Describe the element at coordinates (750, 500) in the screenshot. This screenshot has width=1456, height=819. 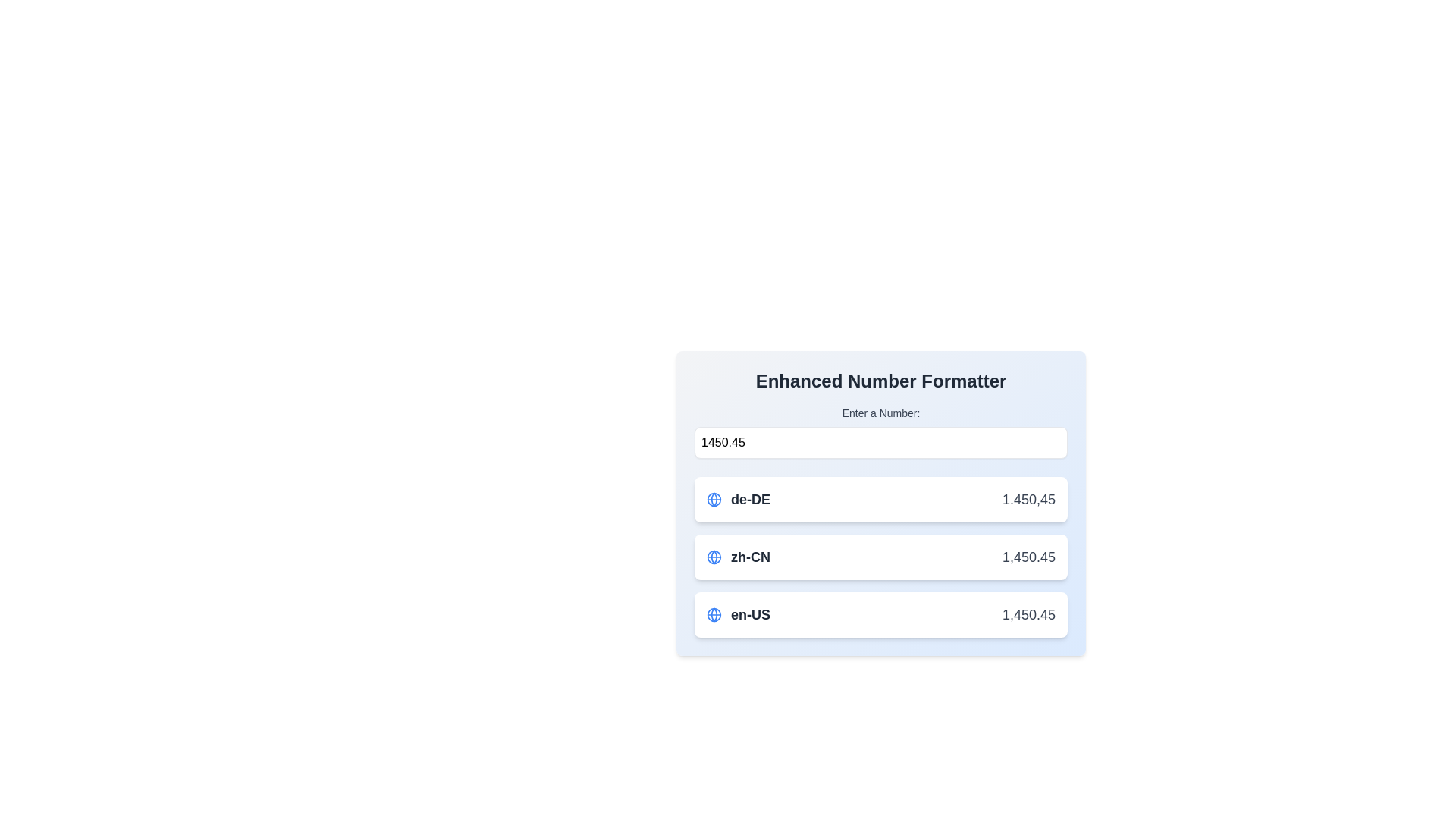
I see `the Text label indicating the German language option in the language selection list` at that location.